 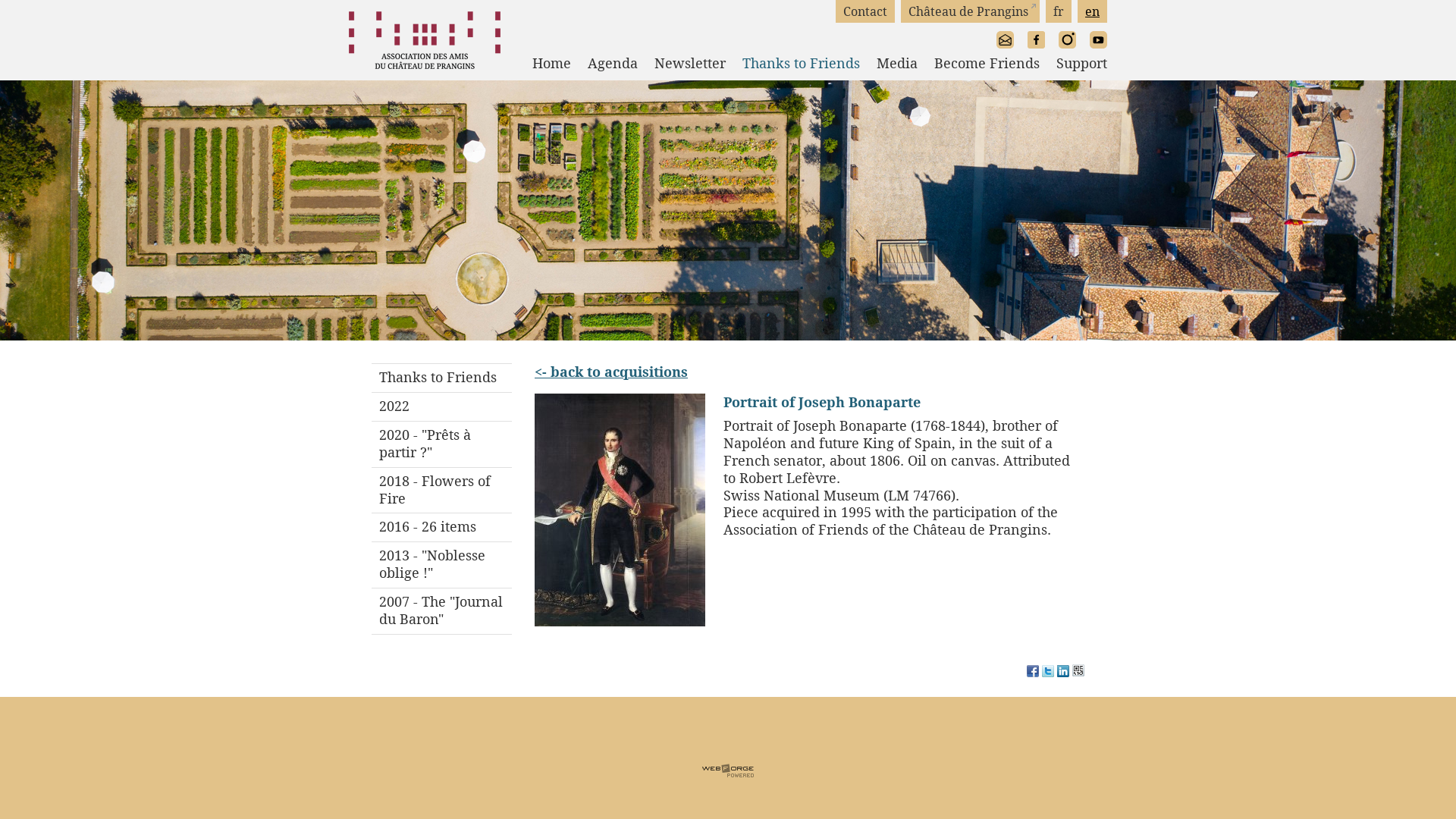 I want to click on '2022', so click(x=441, y=406).